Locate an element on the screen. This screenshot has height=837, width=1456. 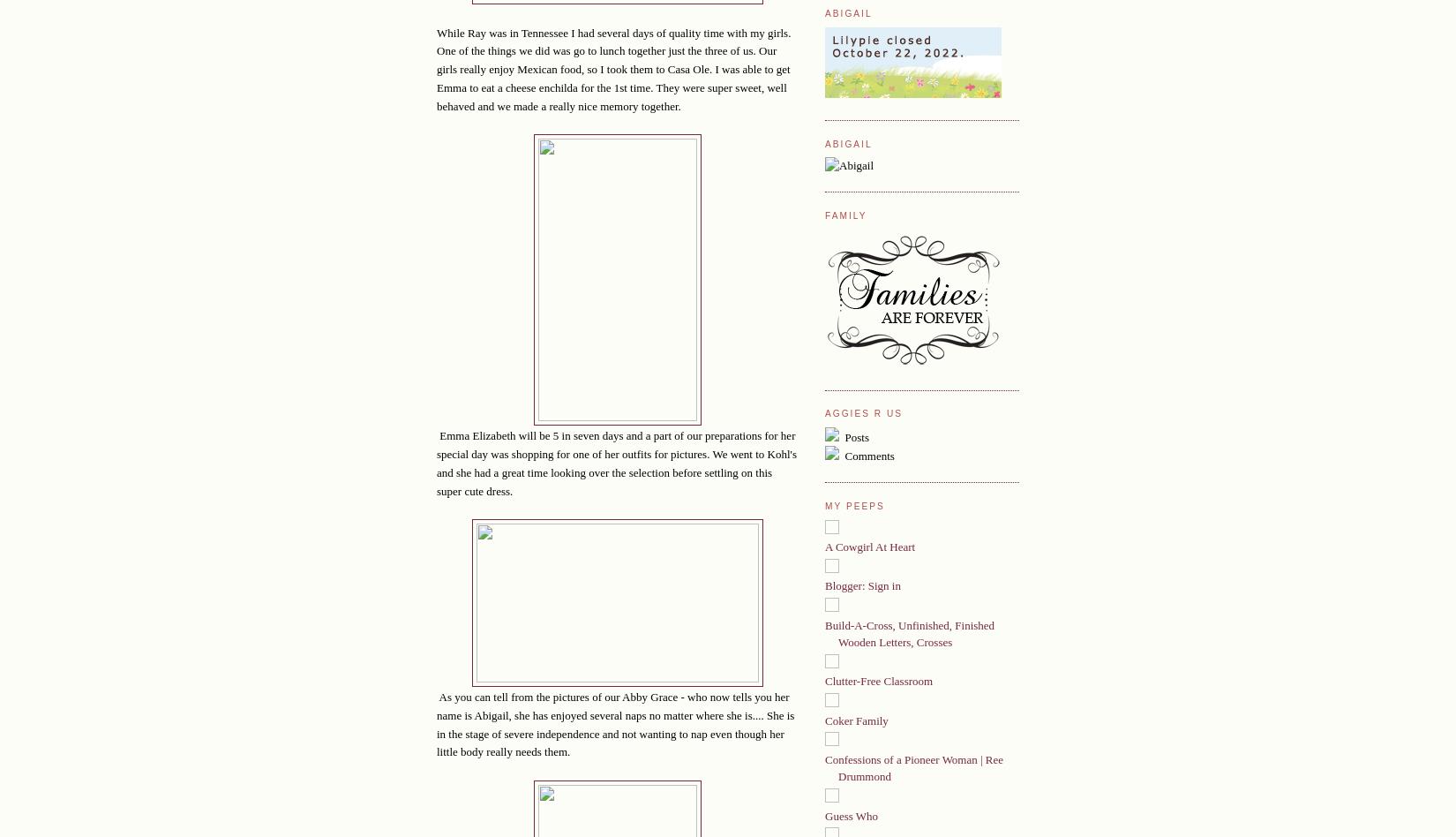
'Blogger: Sign in' is located at coordinates (862, 584).